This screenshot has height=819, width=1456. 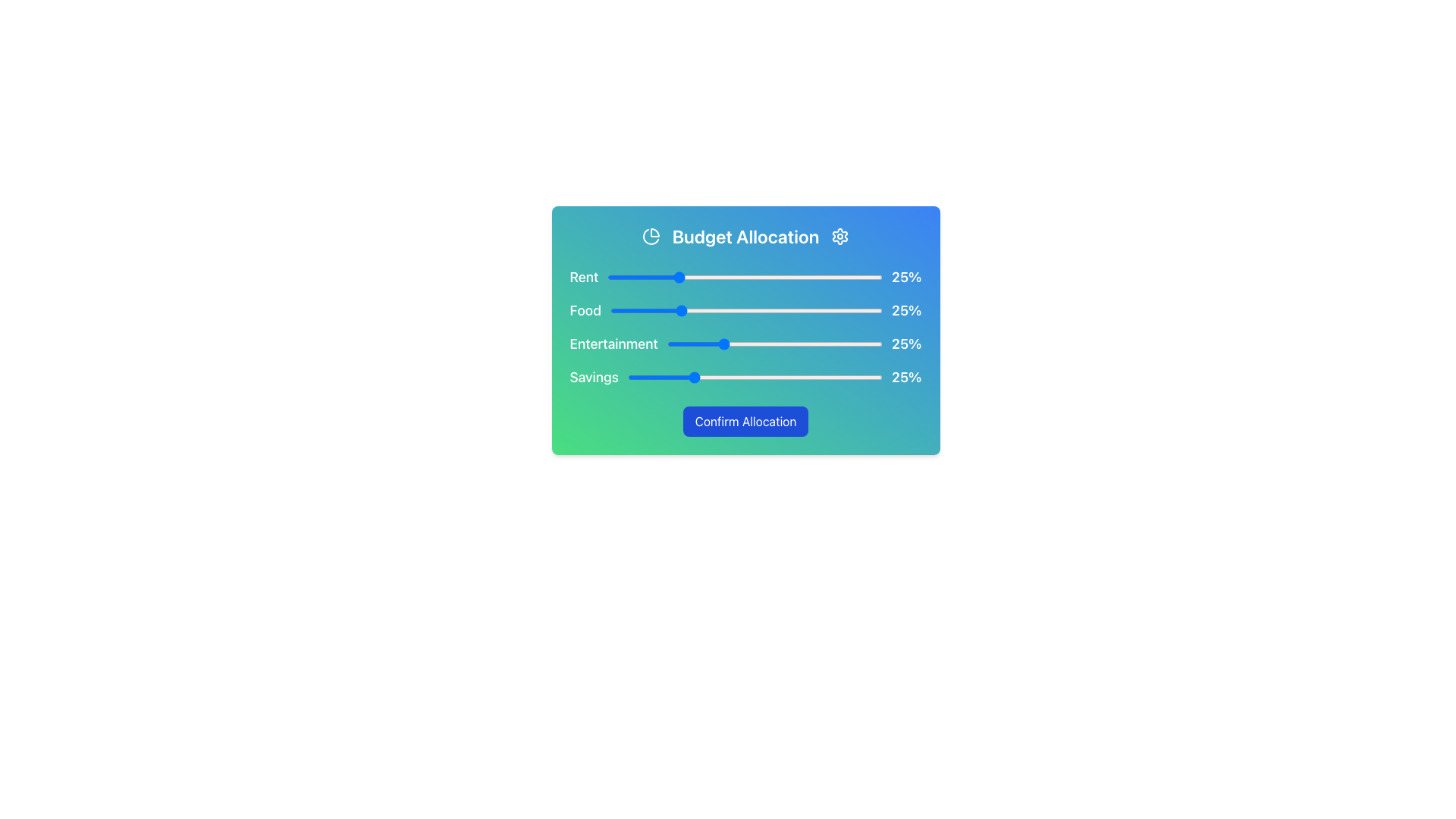 What do you see at coordinates (855, 344) in the screenshot?
I see `the Entertainment budget percentage` at bounding box center [855, 344].